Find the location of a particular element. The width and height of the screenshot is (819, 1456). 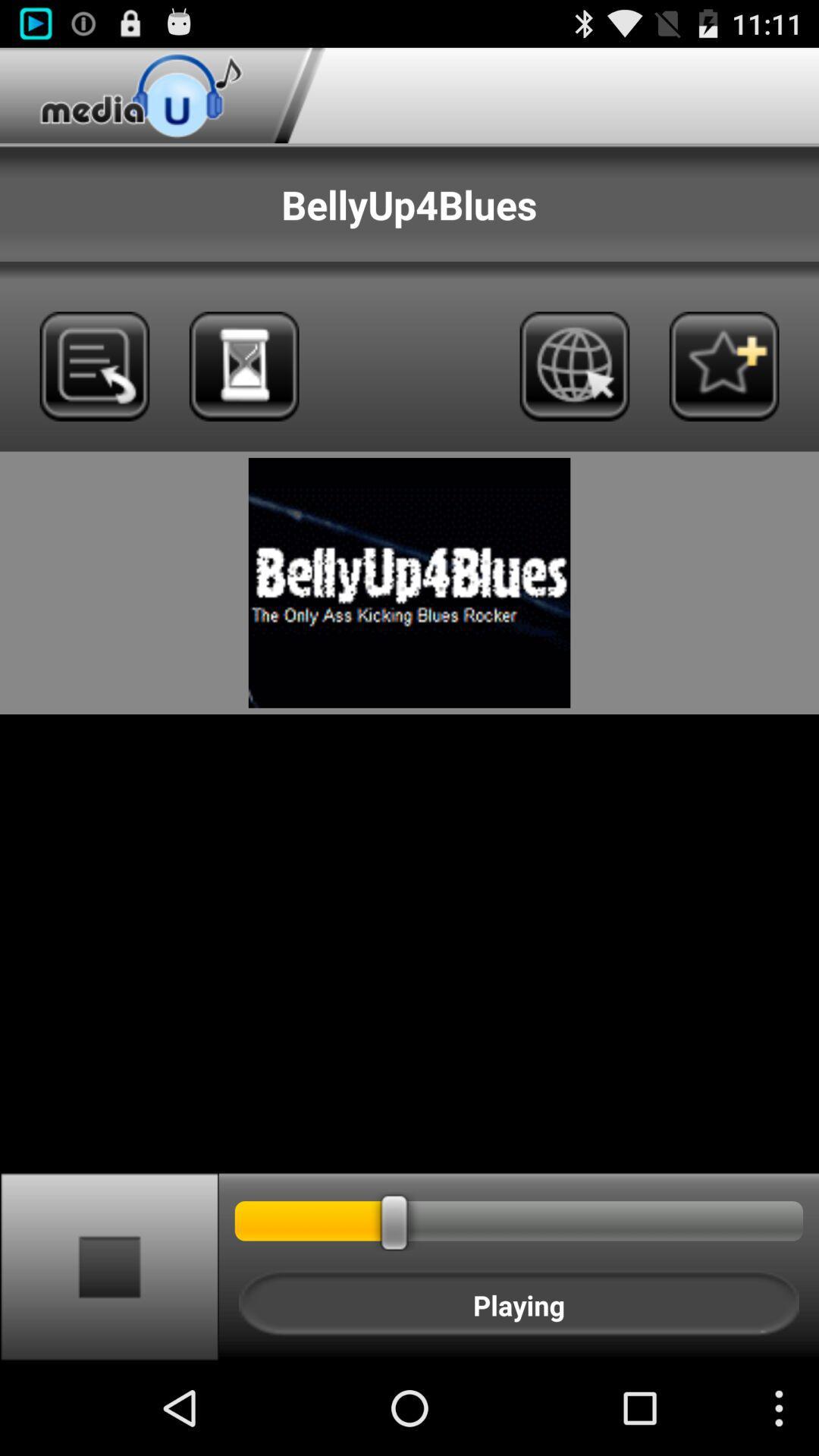

the stop function is located at coordinates (108, 1266).